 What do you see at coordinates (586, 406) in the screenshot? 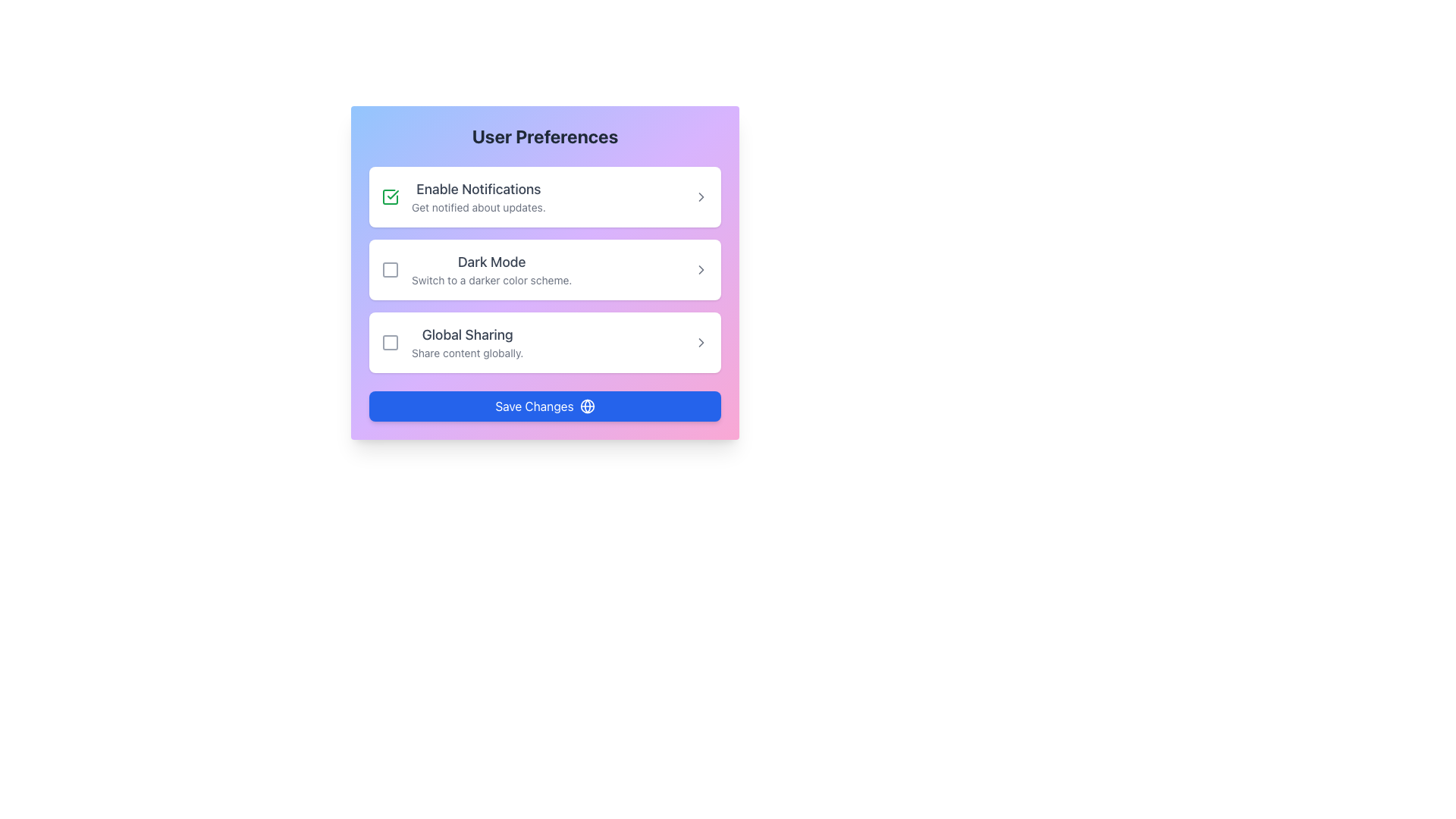
I see `the globe icon, which is a blue globe icon with thin vector lines located within the 'Save Changes' button, positioned to the right of the button text` at bounding box center [586, 406].